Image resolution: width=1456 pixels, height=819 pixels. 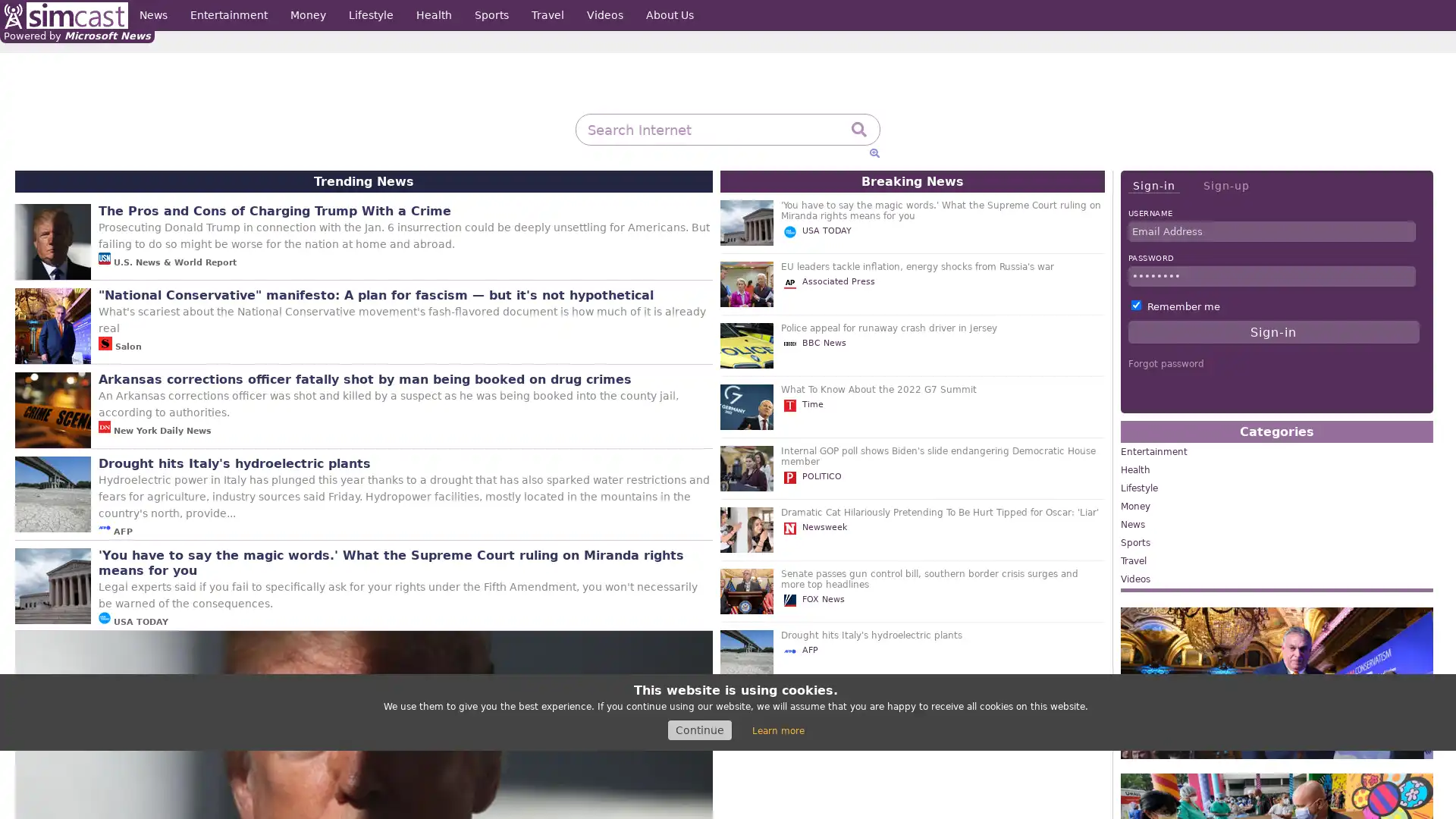 I want to click on Sign-up, so click(x=1225, y=185).